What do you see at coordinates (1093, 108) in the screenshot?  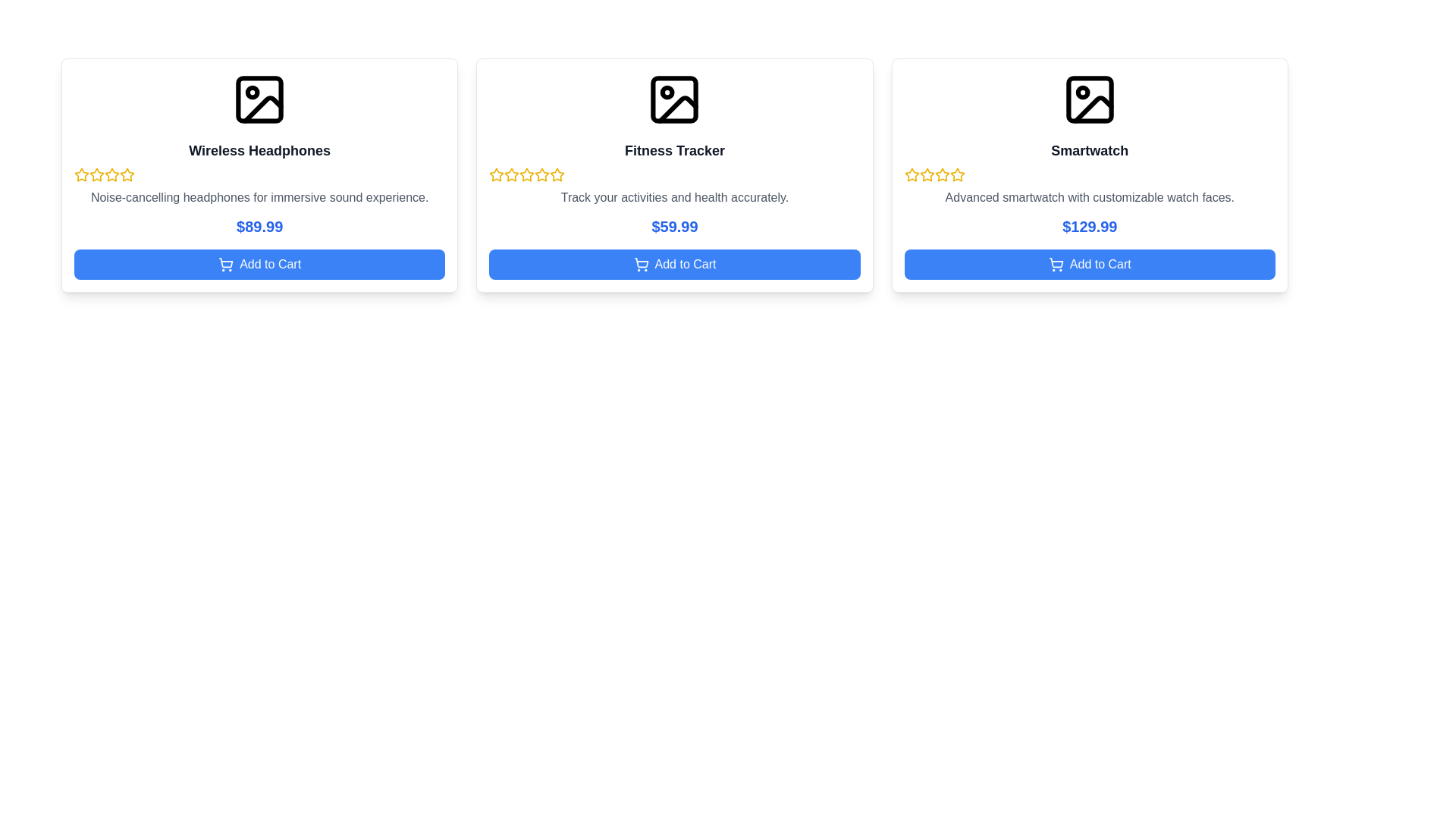 I see `the graphical element within the SVG structure that enhances the recognizability of the icon for the 'Smartwatch' product card, located in the center-right portion of the icon` at bounding box center [1093, 108].